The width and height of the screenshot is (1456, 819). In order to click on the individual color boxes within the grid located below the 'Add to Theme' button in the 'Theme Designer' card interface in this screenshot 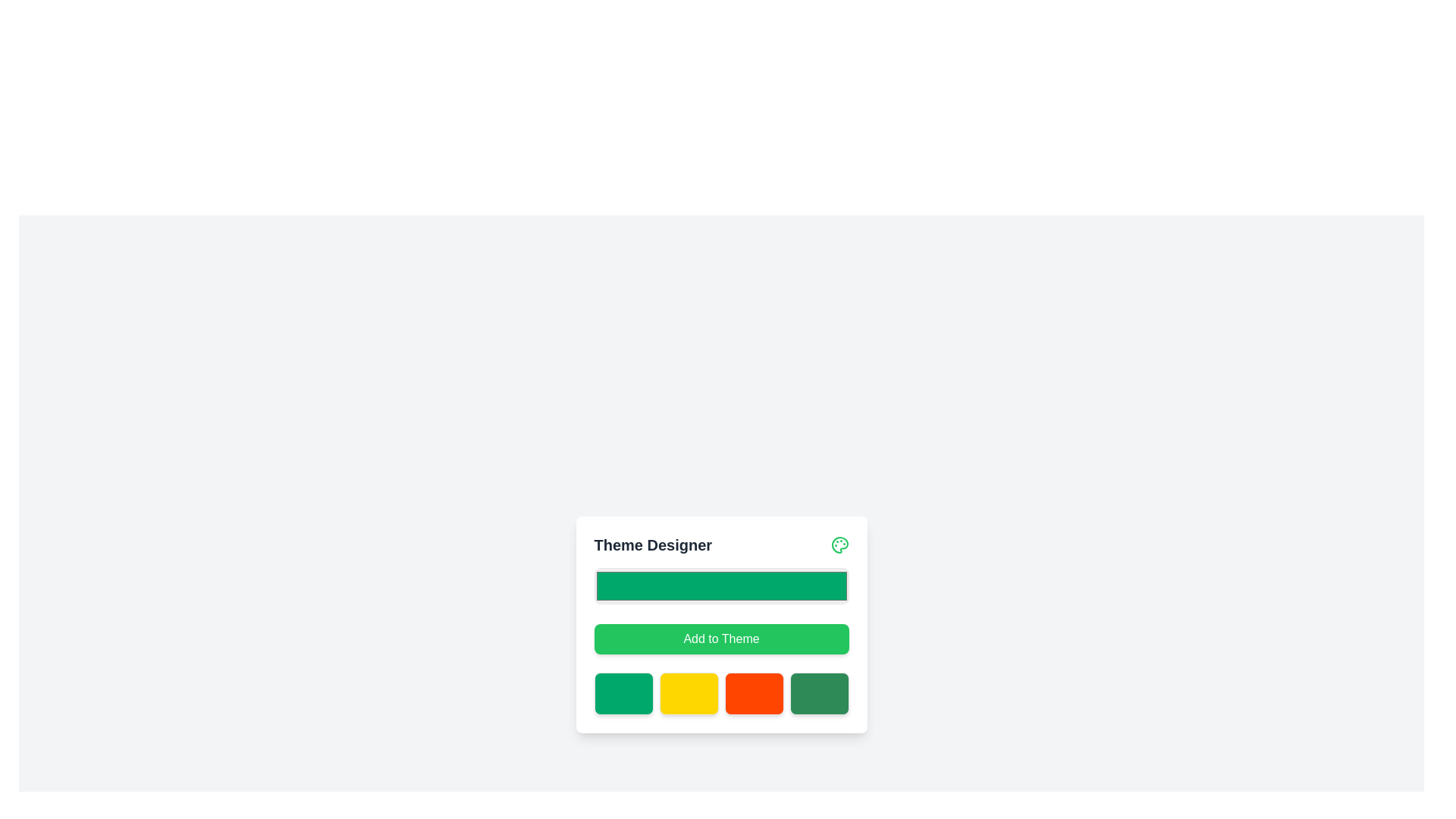, I will do `click(720, 693)`.